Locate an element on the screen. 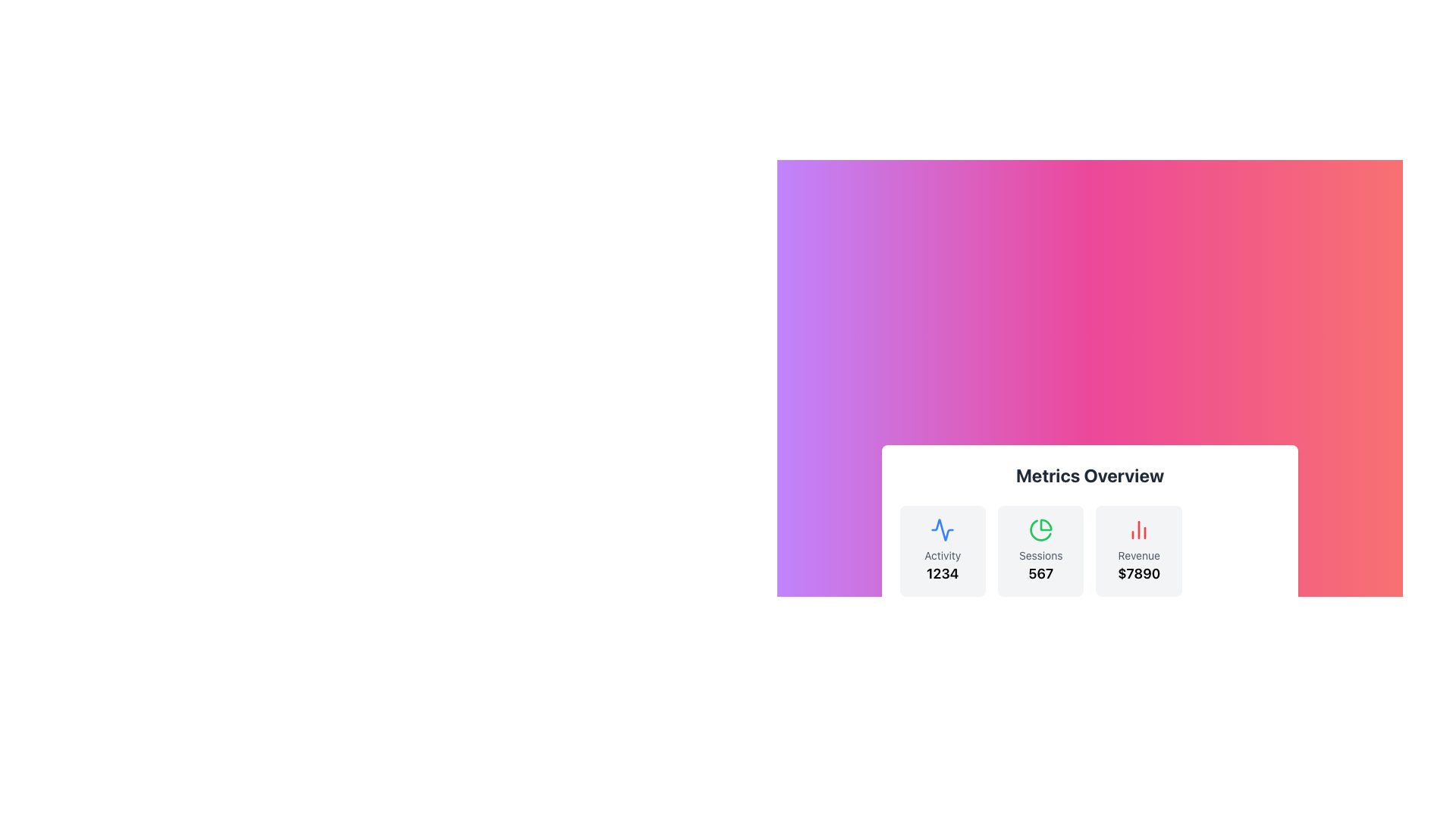 This screenshot has width=1456, height=819. the interactive sub-elements within the central summary dashboard card that displays metrics such as Activity count, Sessions count, and Revenue amount is located at coordinates (1088, 570).